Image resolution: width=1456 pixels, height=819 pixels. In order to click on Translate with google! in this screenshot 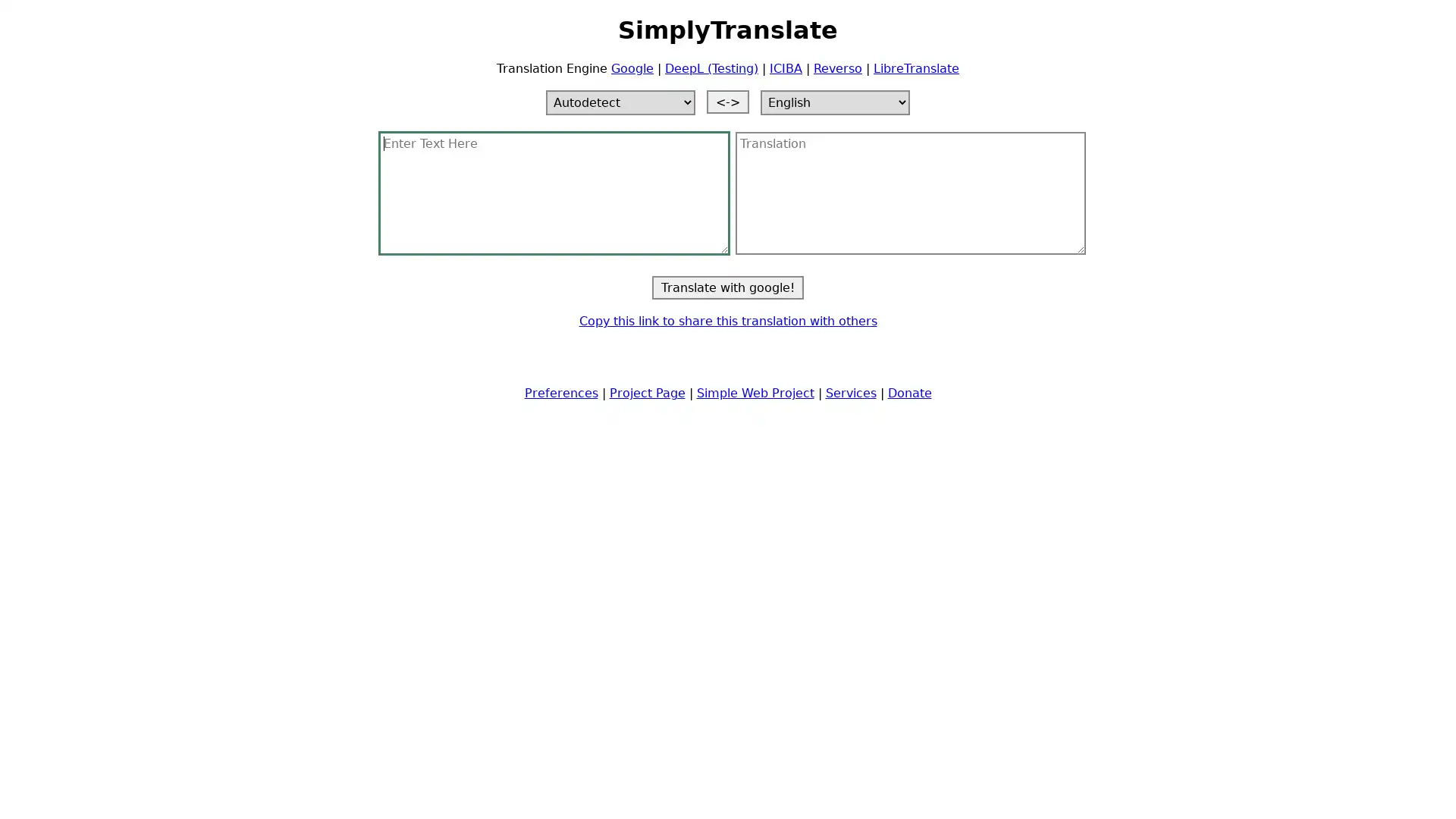, I will do `click(728, 287)`.